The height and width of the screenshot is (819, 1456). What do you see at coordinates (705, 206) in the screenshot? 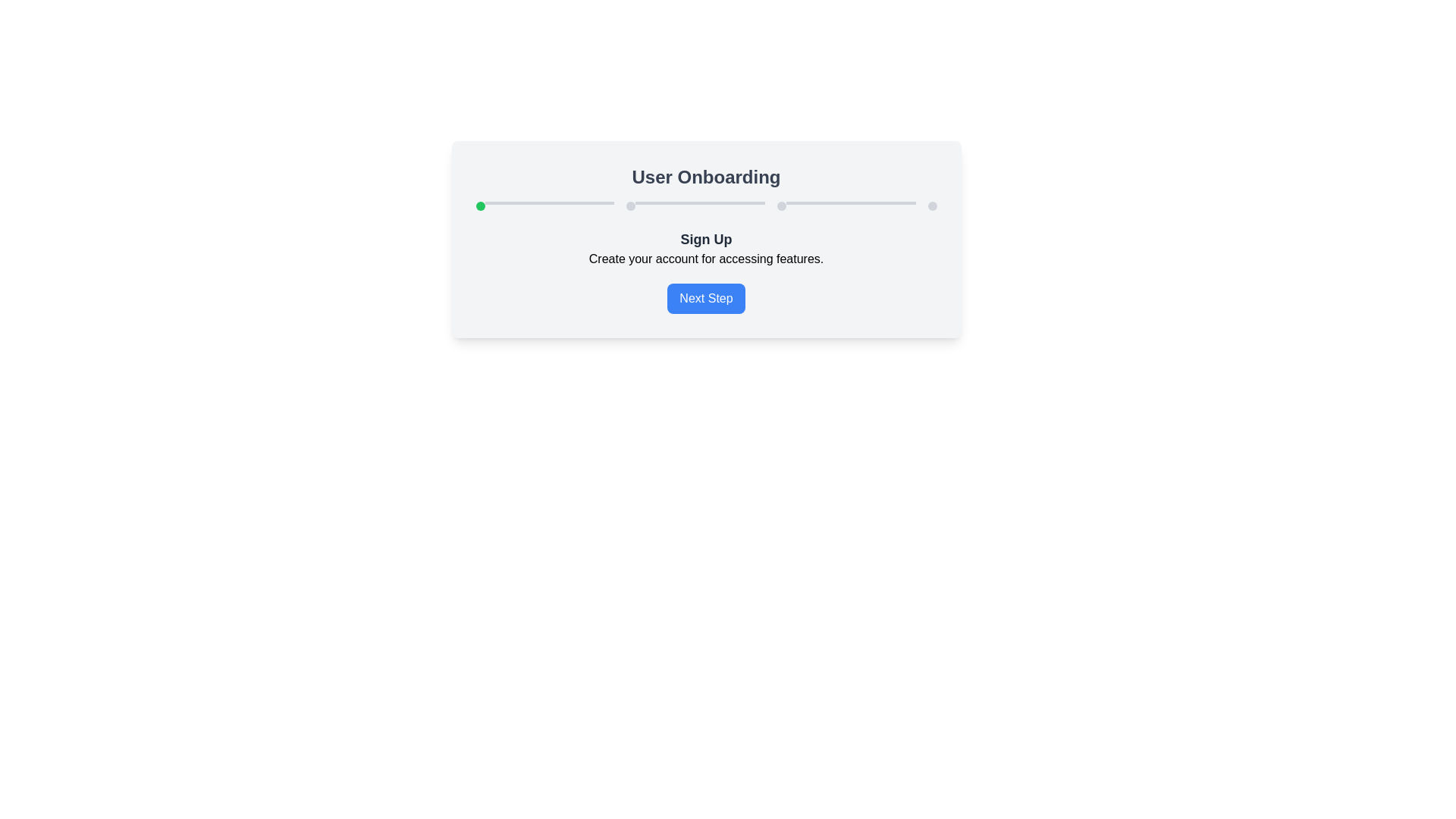
I see `the progression state of the circular steps and connecting lines in the Progress indicator located centrally below the title 'User Onboarding'` at bounding box center [705, 206].